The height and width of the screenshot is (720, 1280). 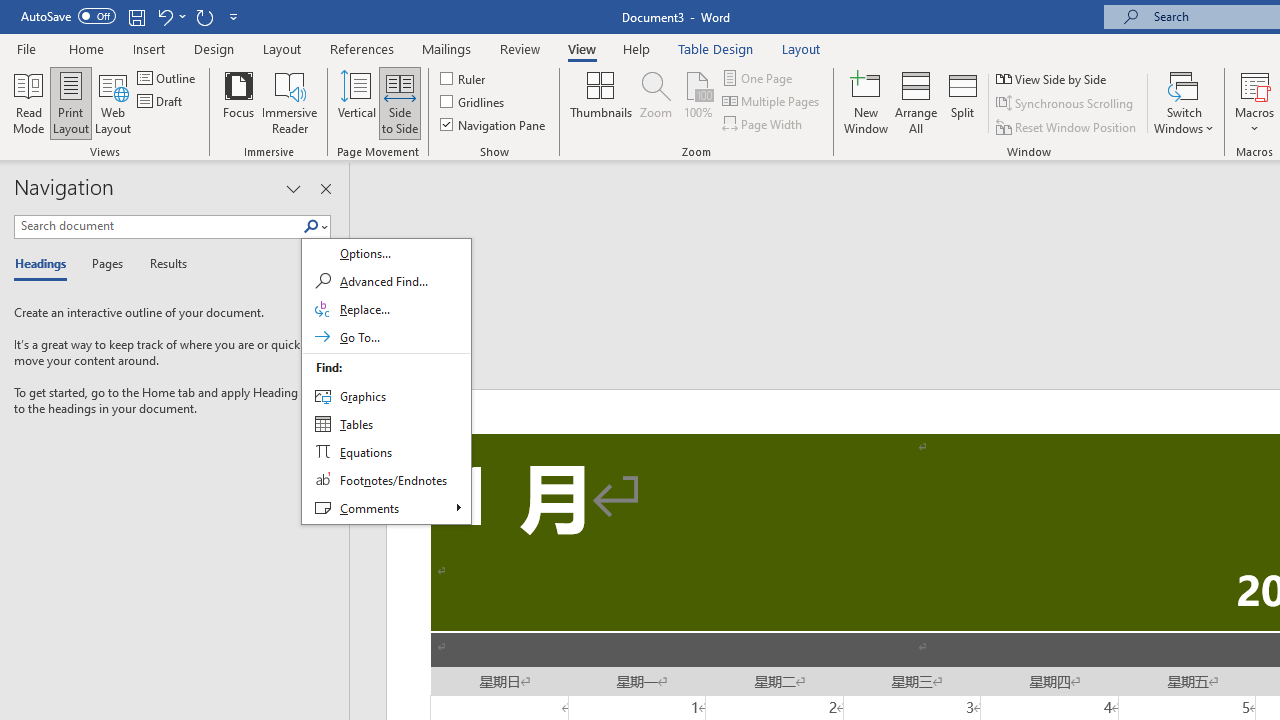 What do you see at coordinates (915, 103) in the screenshot?
I see `'Arrange All'` at bounding box center [915, 103].